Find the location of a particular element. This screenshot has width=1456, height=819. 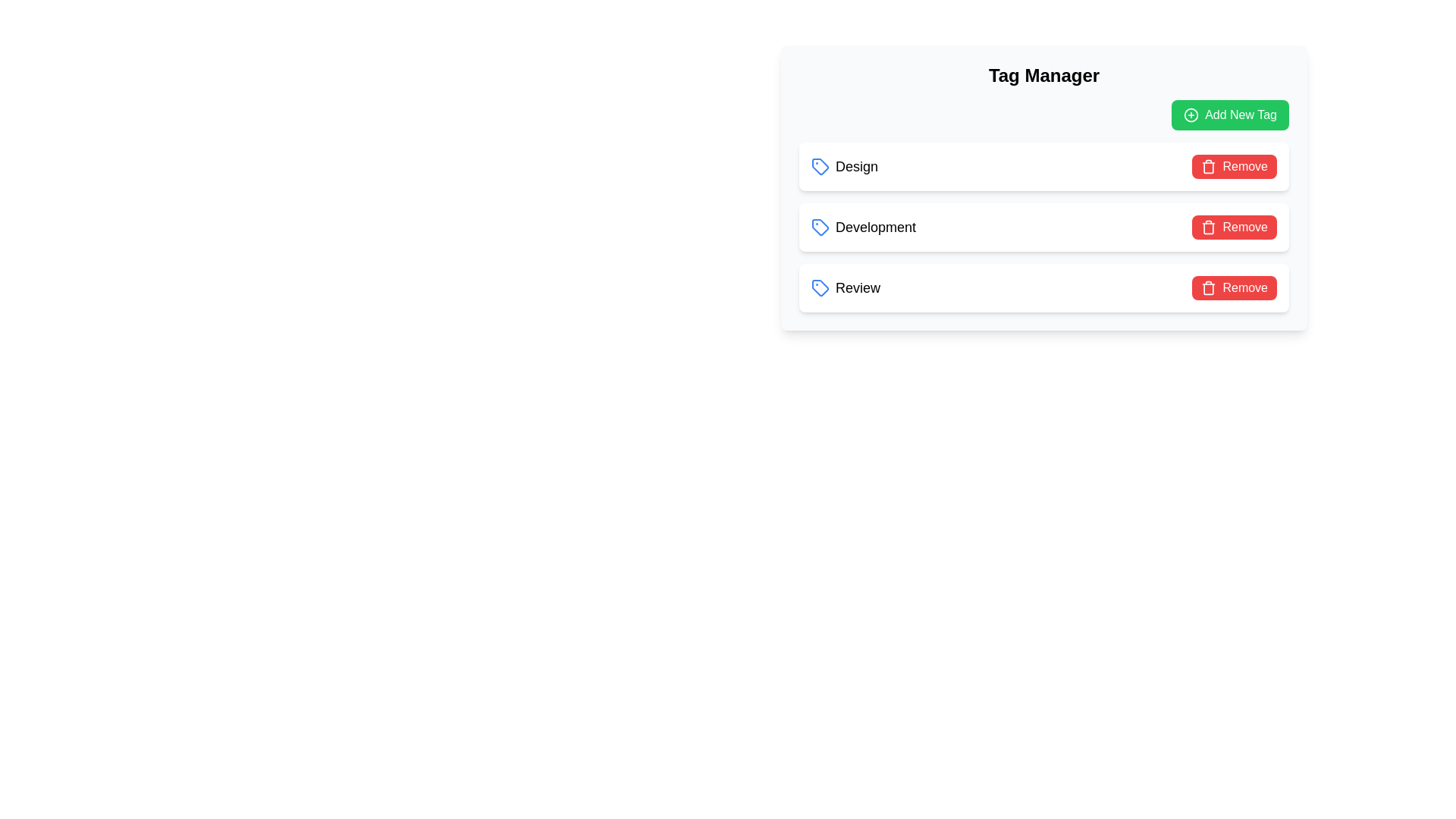

text from the prominent header titled 'Tag Manager', which is styled in bold and large font, located at the top of a gray rectangular card with rounded corners is located at coordinates (1043, 76).